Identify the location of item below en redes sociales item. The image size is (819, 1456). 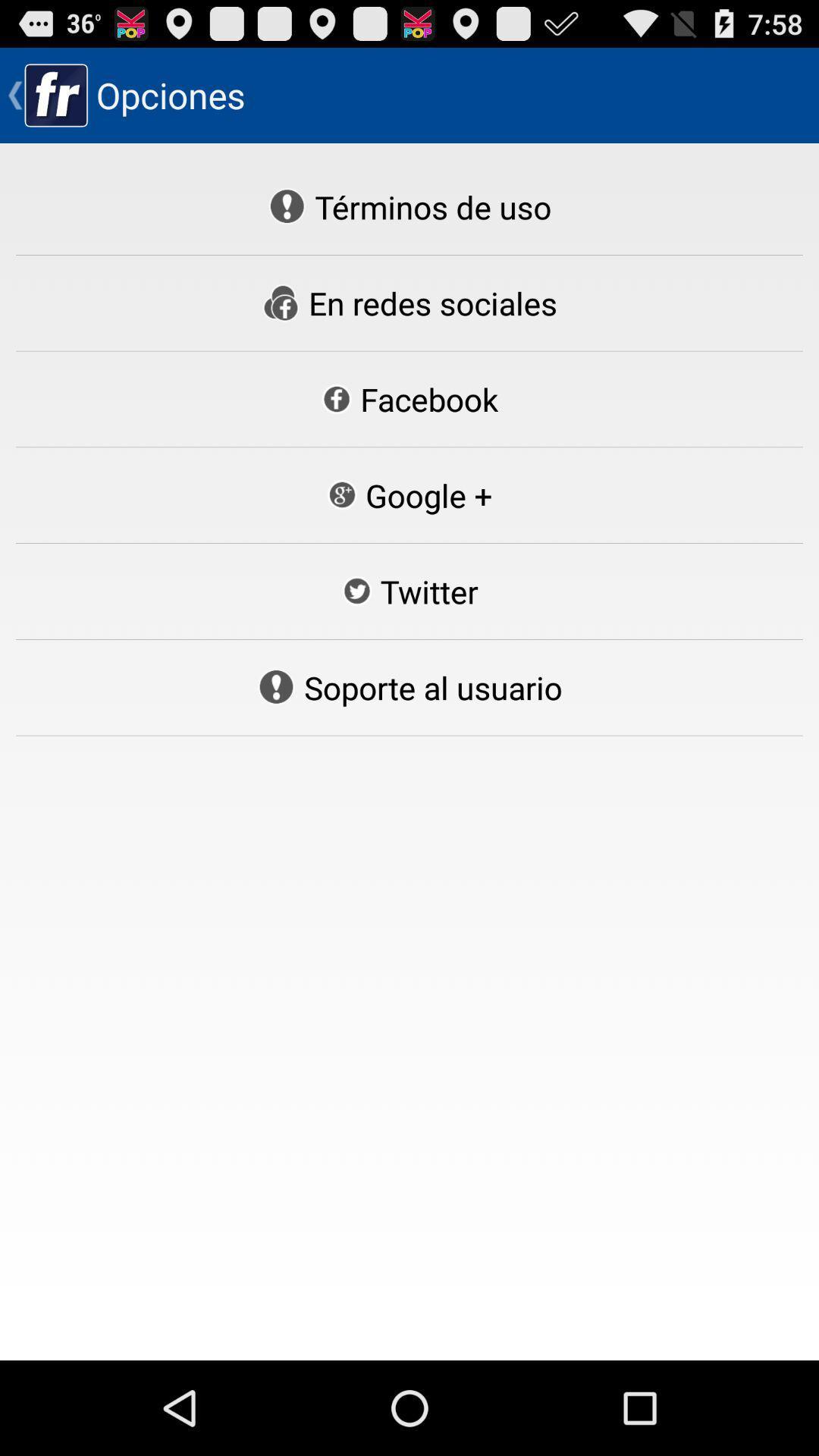
(409, 399).